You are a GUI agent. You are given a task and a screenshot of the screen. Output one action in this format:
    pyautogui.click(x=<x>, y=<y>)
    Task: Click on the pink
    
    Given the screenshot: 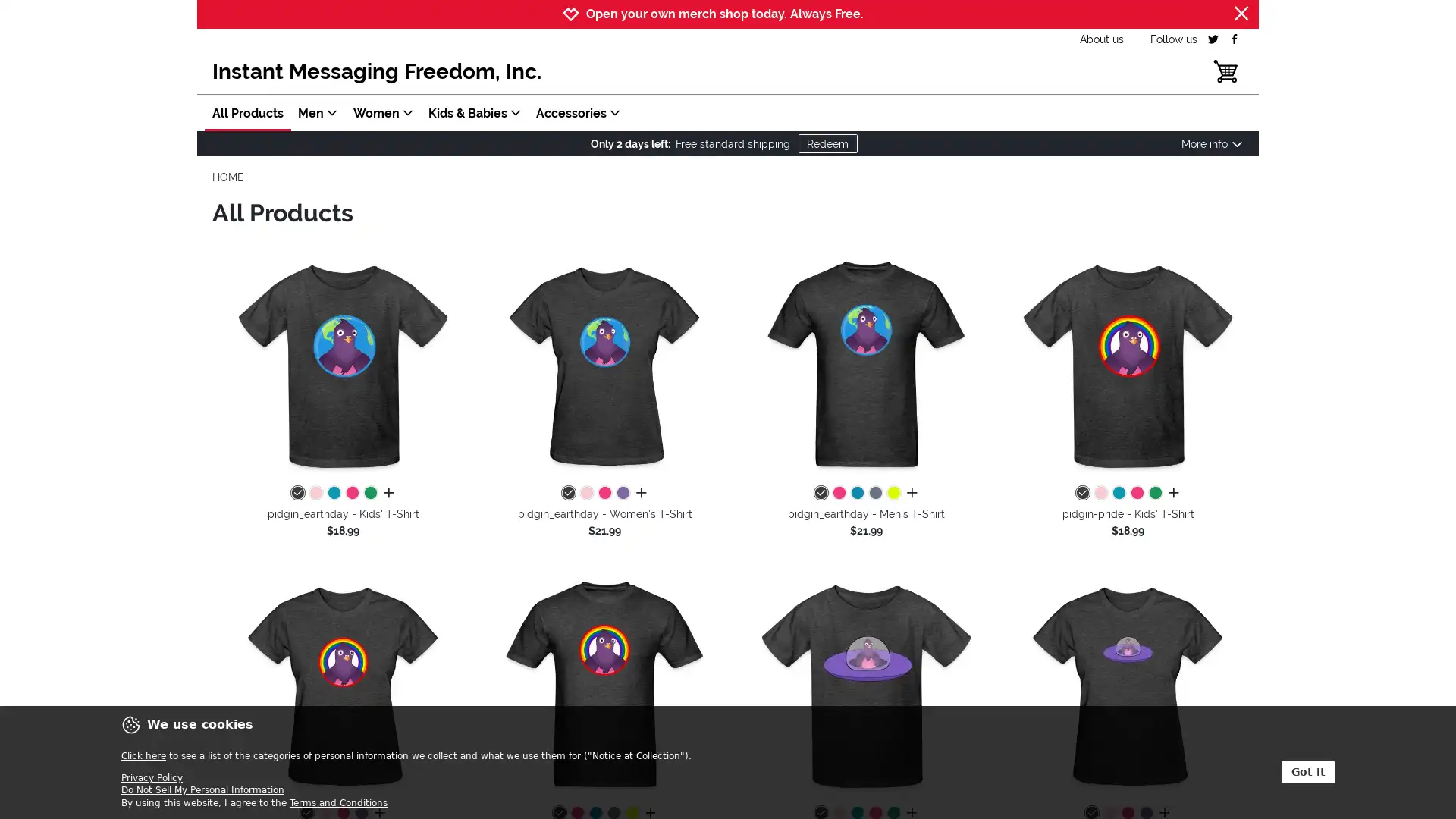 What is the action you would take?
    pyautogui.click(x=315, y=494)
    